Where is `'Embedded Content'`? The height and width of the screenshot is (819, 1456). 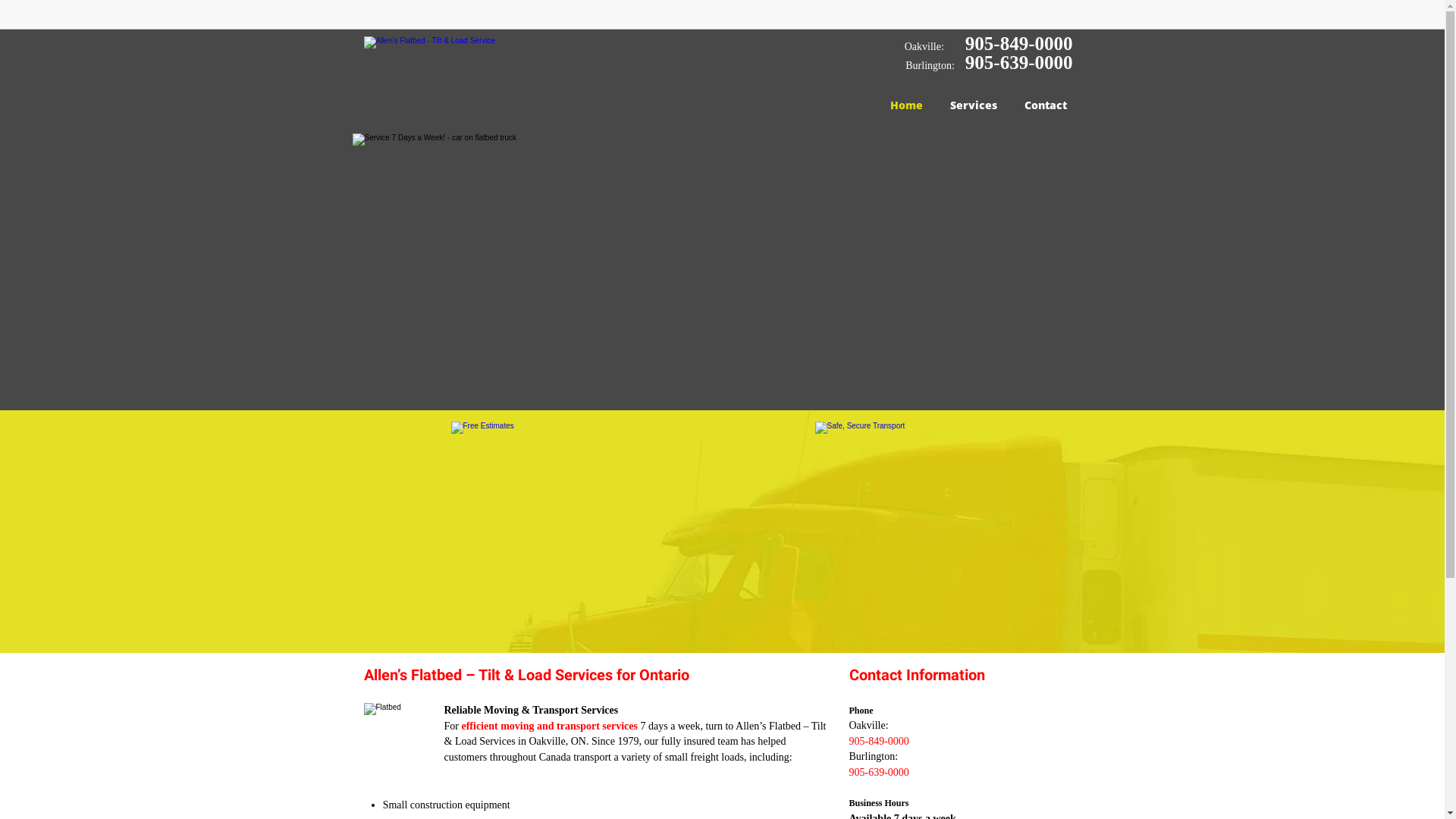
'Embedded Content' is located at coordinates (1030, 20).